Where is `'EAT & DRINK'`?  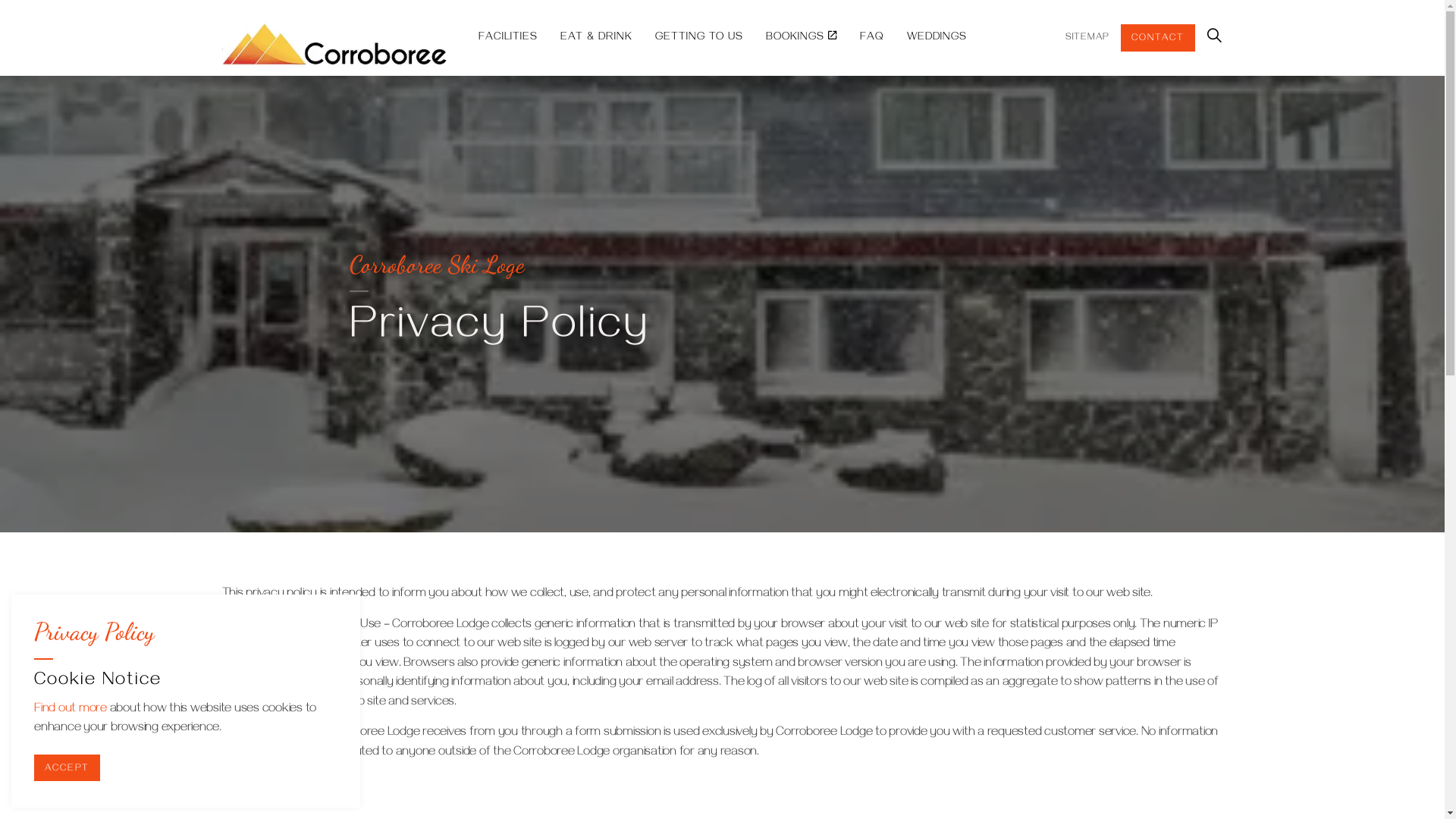
'EAT & DRINK' is located at coordinates (548, 37).